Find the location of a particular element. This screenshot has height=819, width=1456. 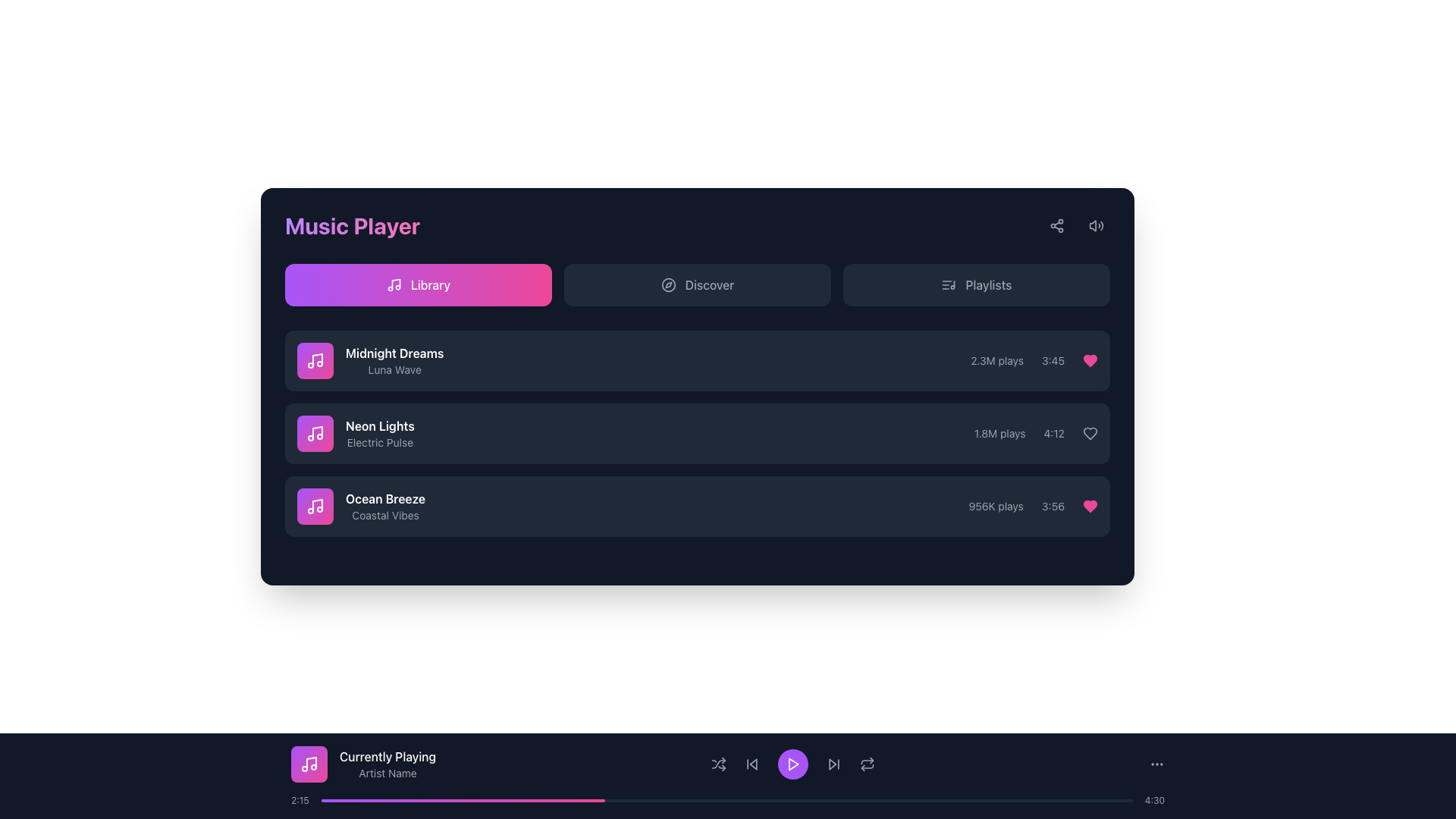

the 'Ocean Breeze' textual element, which is the third item in a vertically stacked list within the music player interface is located at coordinates (385, 506).